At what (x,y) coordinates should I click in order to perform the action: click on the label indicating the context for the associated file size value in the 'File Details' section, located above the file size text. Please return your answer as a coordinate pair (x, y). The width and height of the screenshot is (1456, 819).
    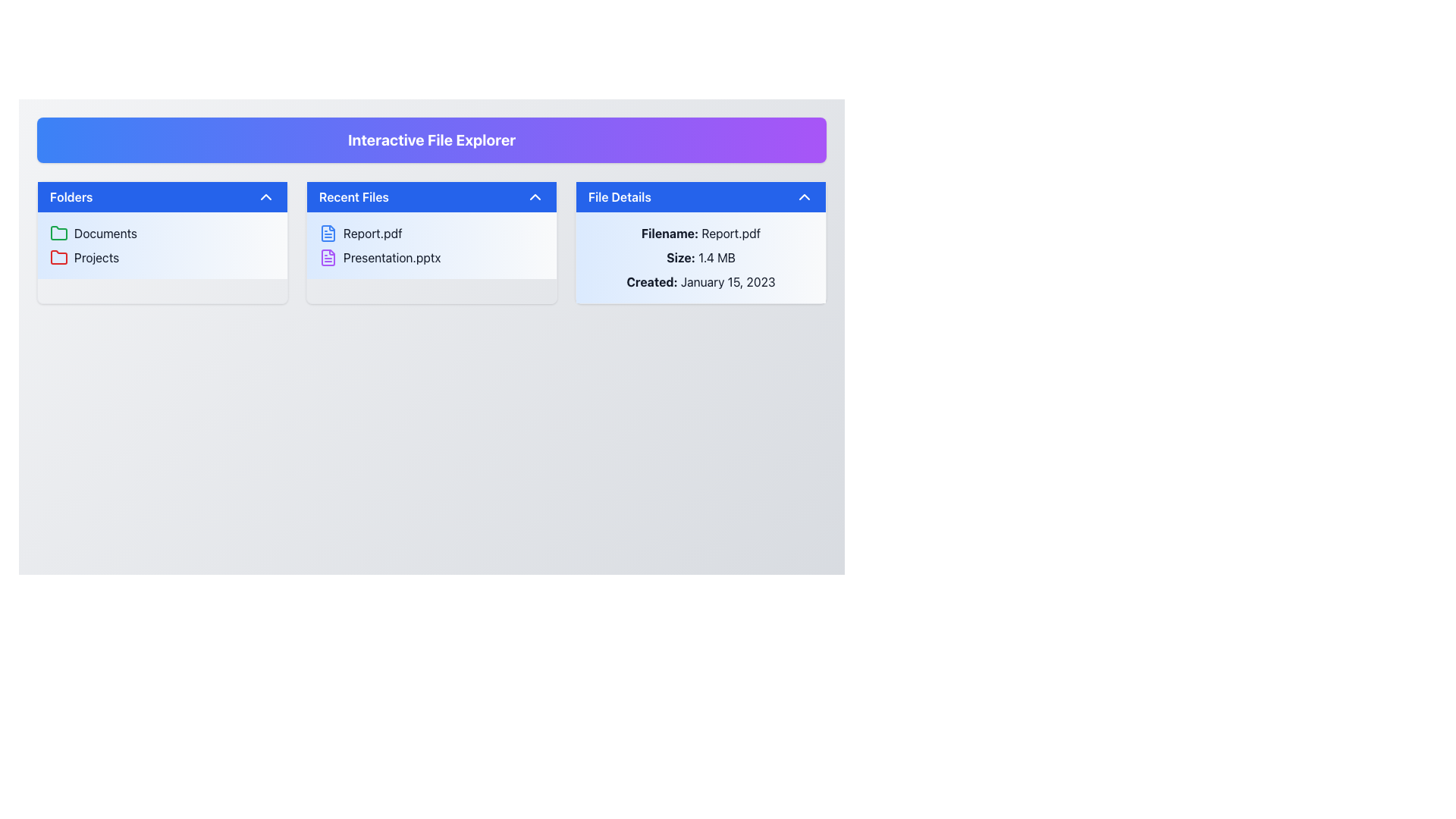
    Looking at the image, I should click on (679, 256).